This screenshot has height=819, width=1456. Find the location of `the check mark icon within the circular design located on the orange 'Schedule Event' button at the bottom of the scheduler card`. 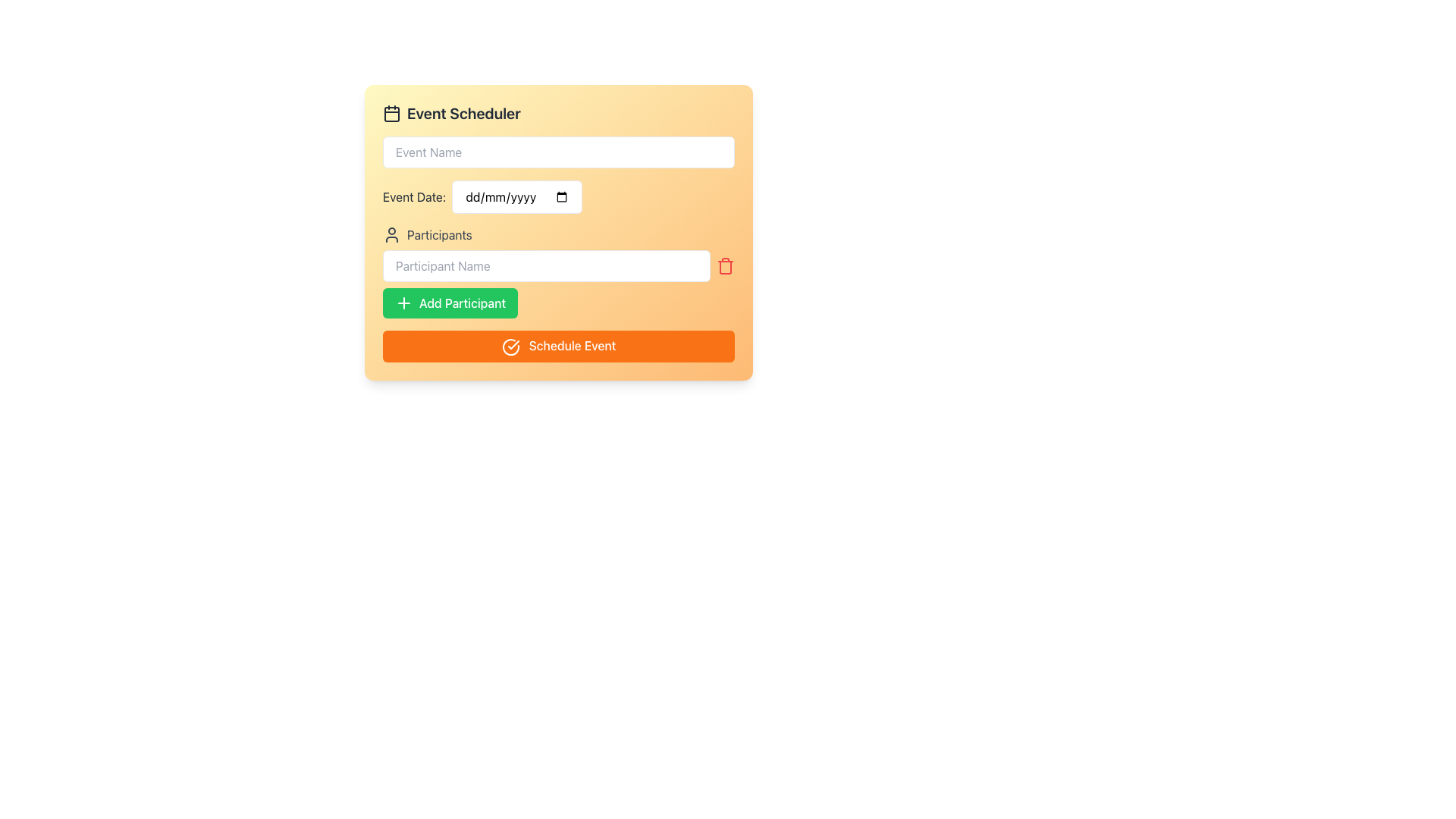

the check mark icon within the circular design located on the orange 'Schedule Event' button at the bottom of the scheduler card is located at coordinates (513, 344).